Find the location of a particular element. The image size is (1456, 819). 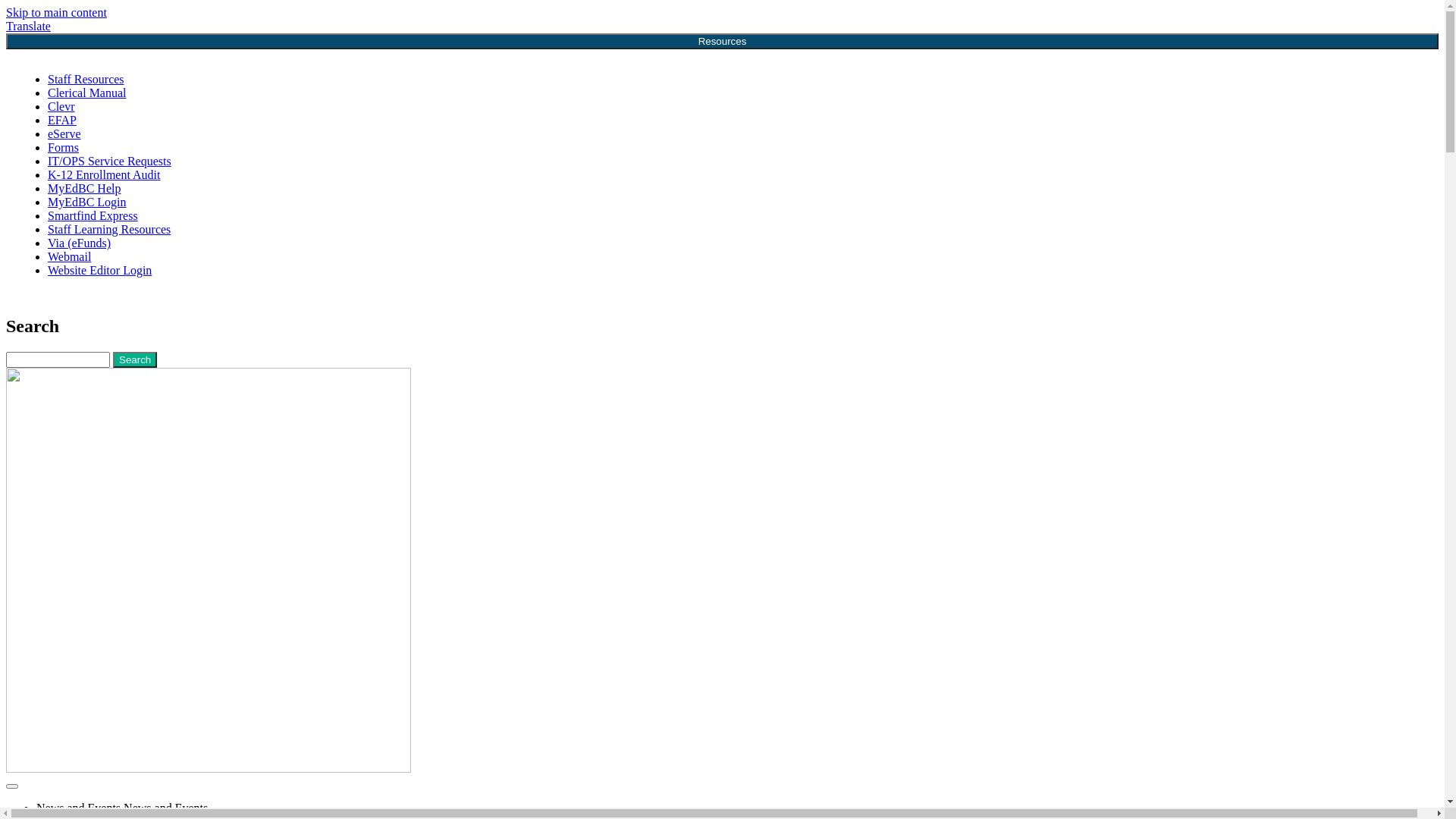

'Skip to main content' is located at coordinates (56, 12).